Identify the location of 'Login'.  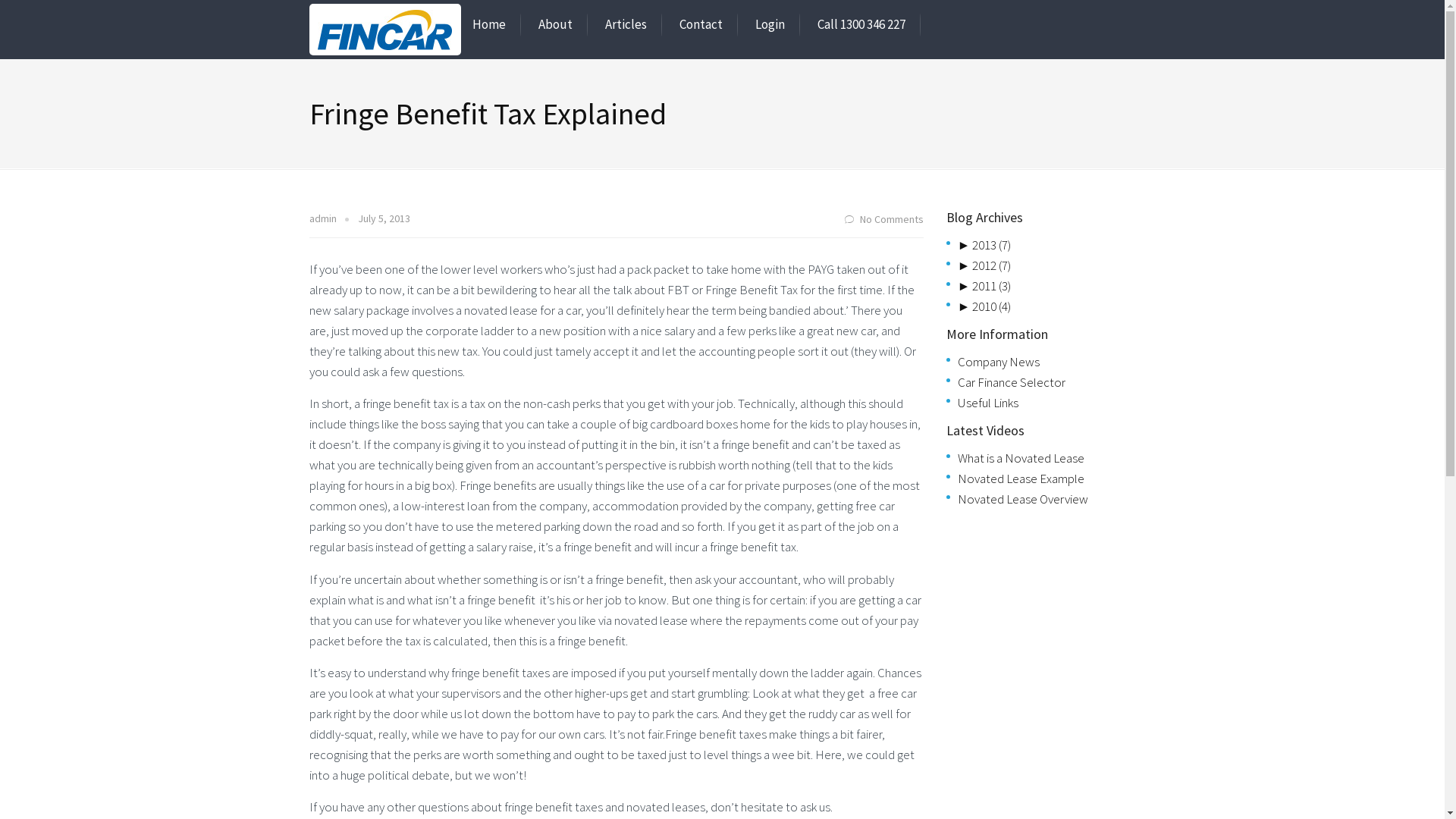
(770, 24).